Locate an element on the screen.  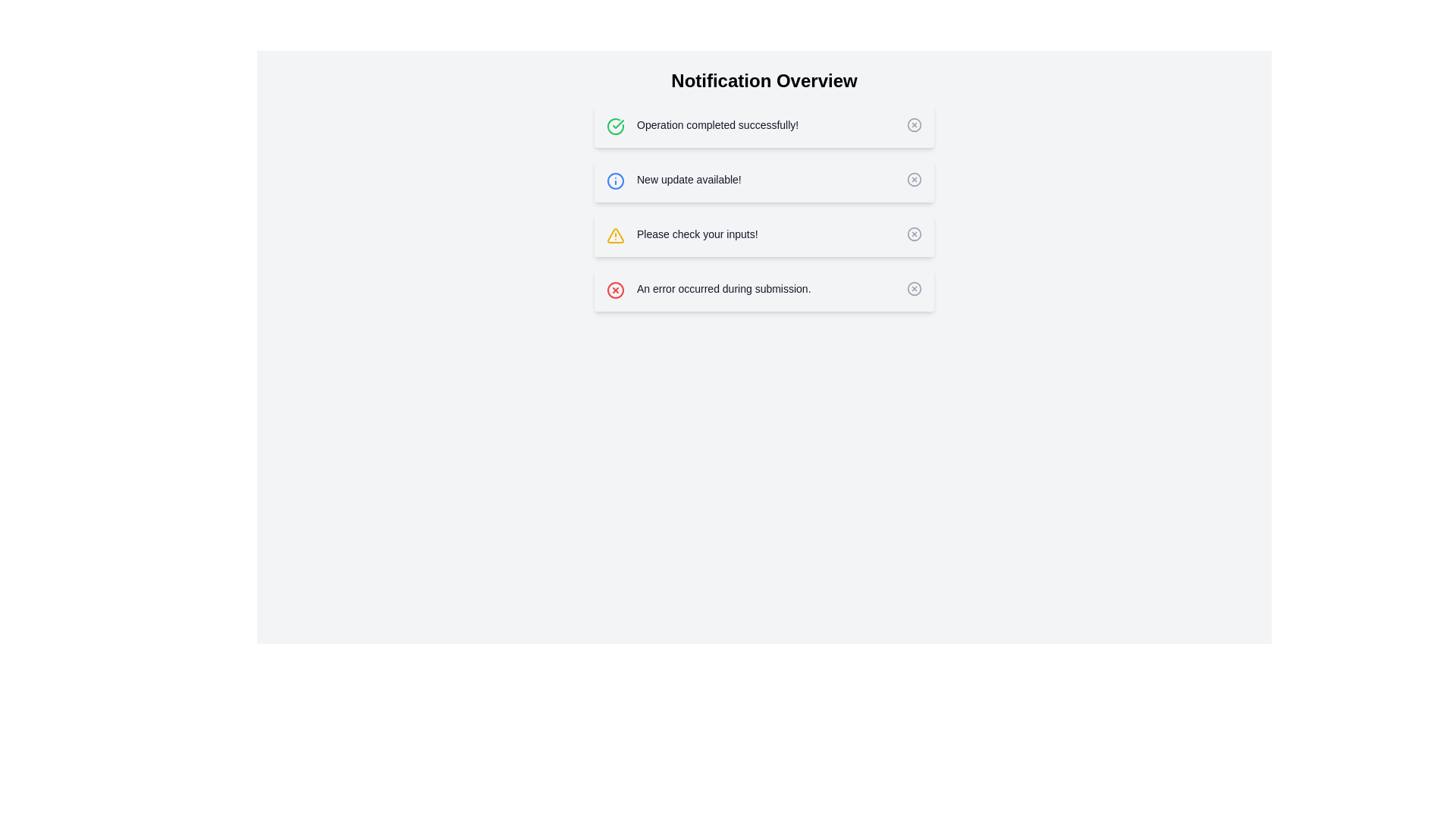
the close button with an 'X' icon located in the top-right area of the notification card displaying 'New update available!' is located at coordinates (913, 178).